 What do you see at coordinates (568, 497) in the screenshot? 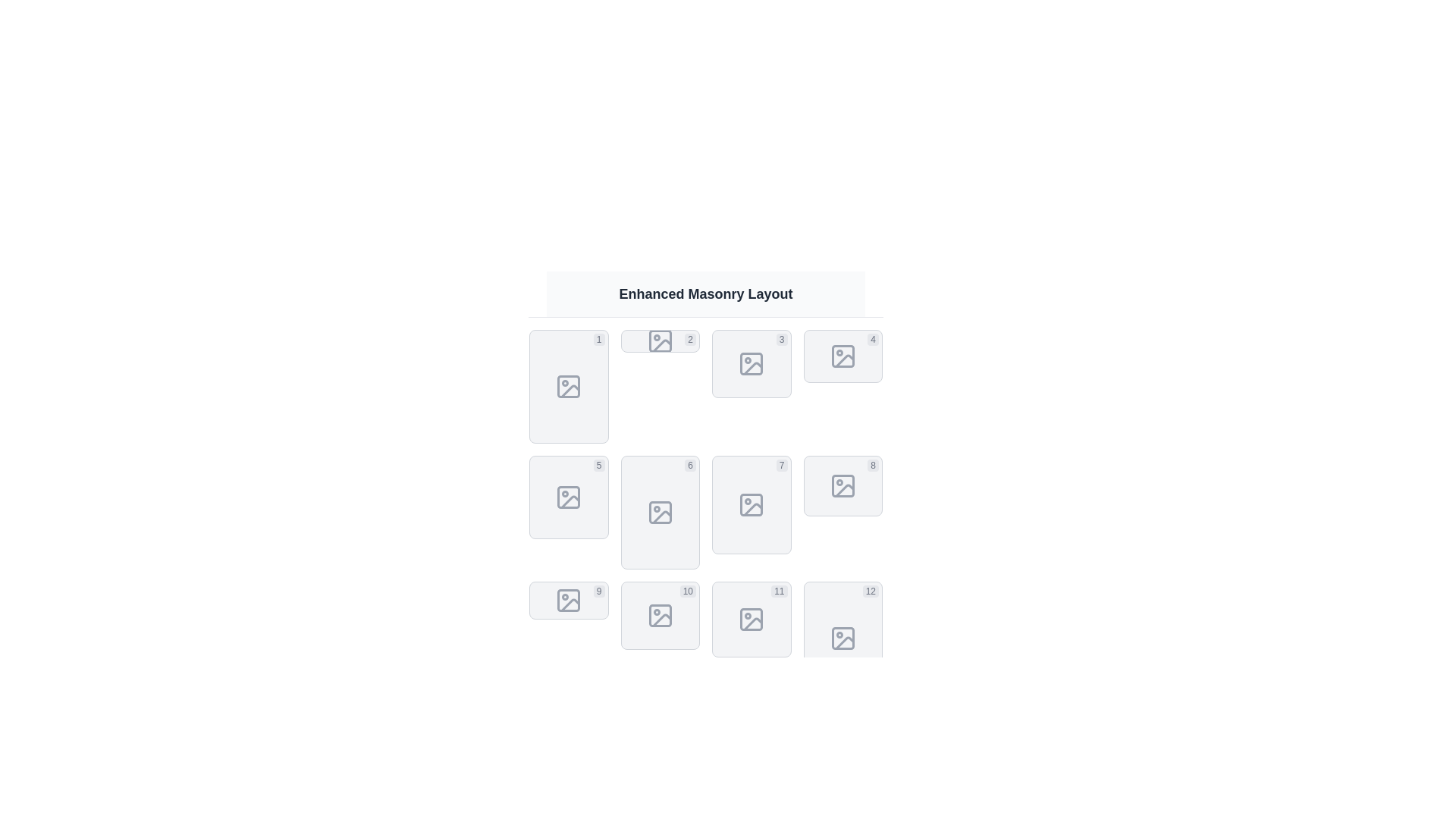
I see `the card UI component located in the second row and first column of the masonry layout` at bounding box center [568, 497].